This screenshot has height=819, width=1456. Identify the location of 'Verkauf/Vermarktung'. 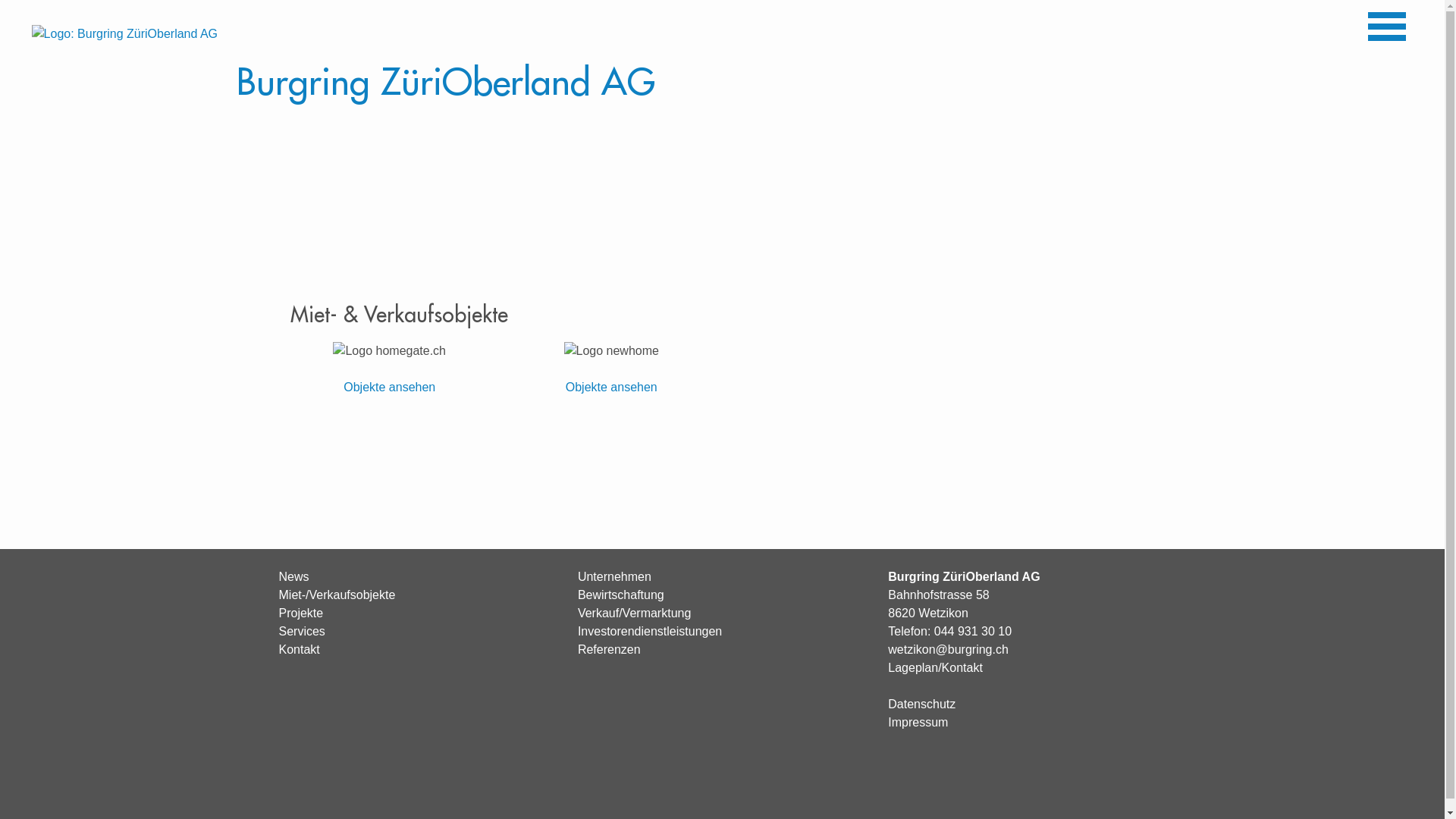
(634, 612).